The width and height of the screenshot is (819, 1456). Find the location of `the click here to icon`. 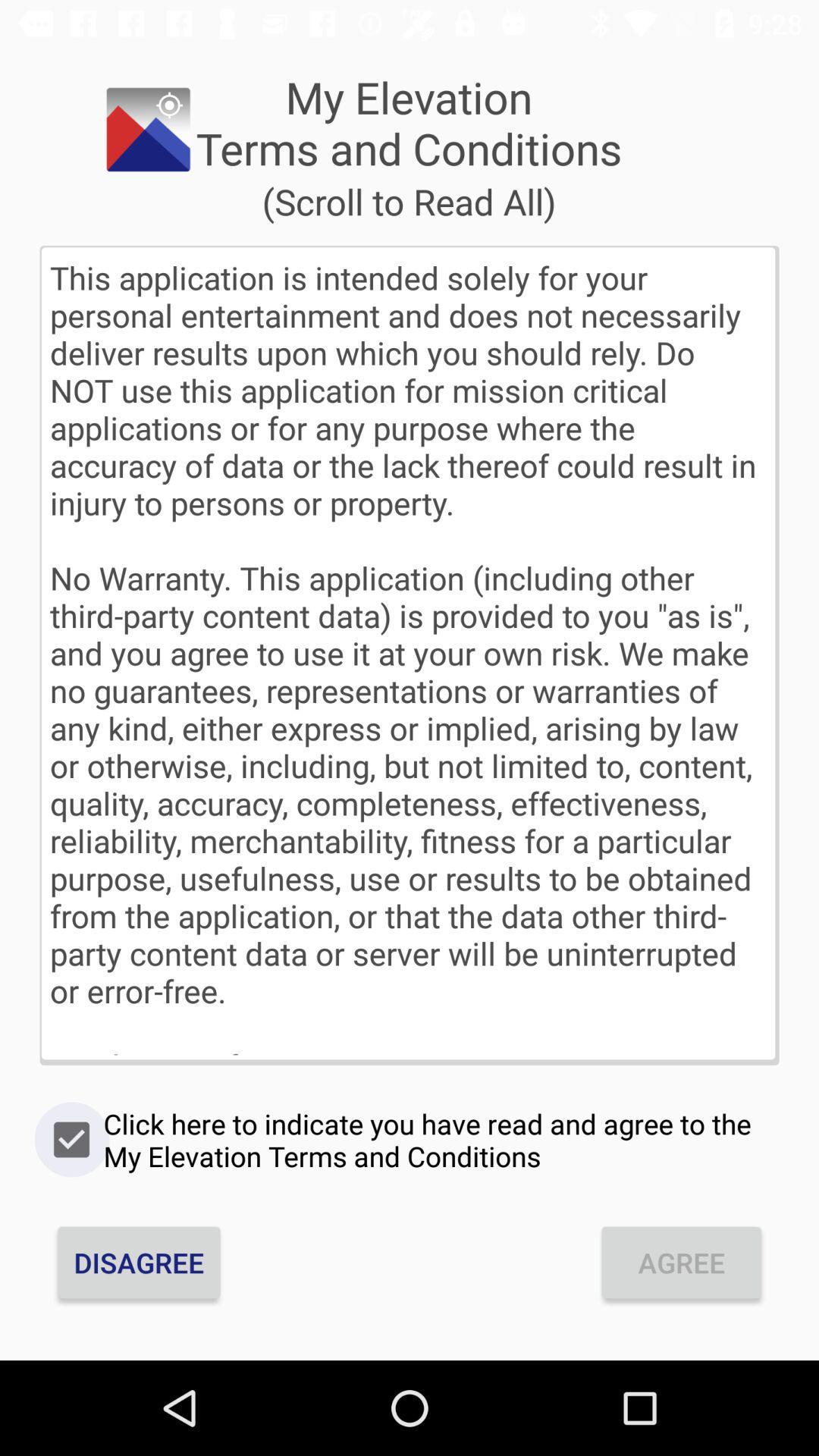

the click here to icon is located at coordinates (409, 1140).